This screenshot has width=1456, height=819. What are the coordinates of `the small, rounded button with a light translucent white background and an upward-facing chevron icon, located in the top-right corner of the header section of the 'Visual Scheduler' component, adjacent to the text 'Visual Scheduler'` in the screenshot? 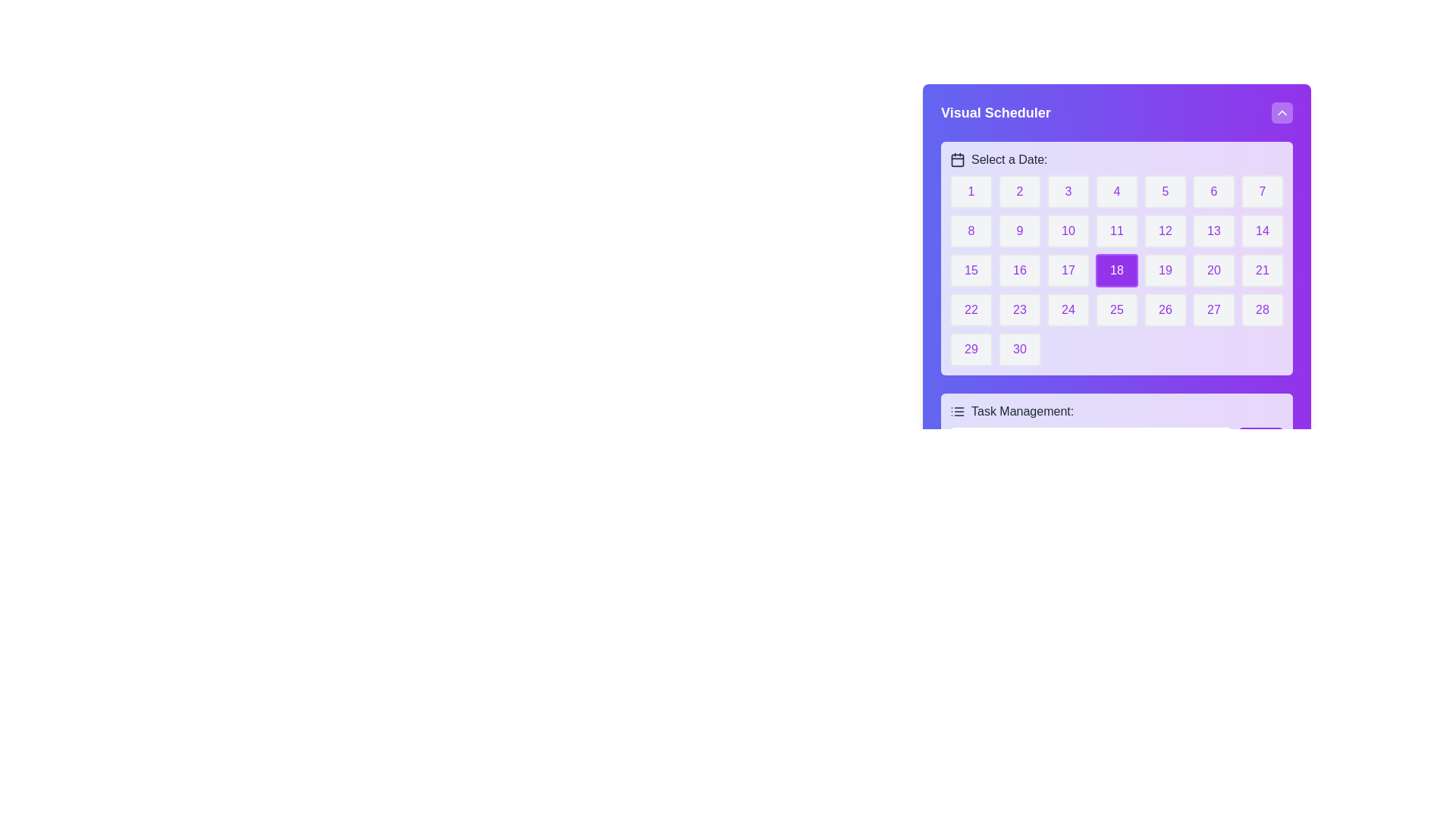 It's located at (1281, 112).